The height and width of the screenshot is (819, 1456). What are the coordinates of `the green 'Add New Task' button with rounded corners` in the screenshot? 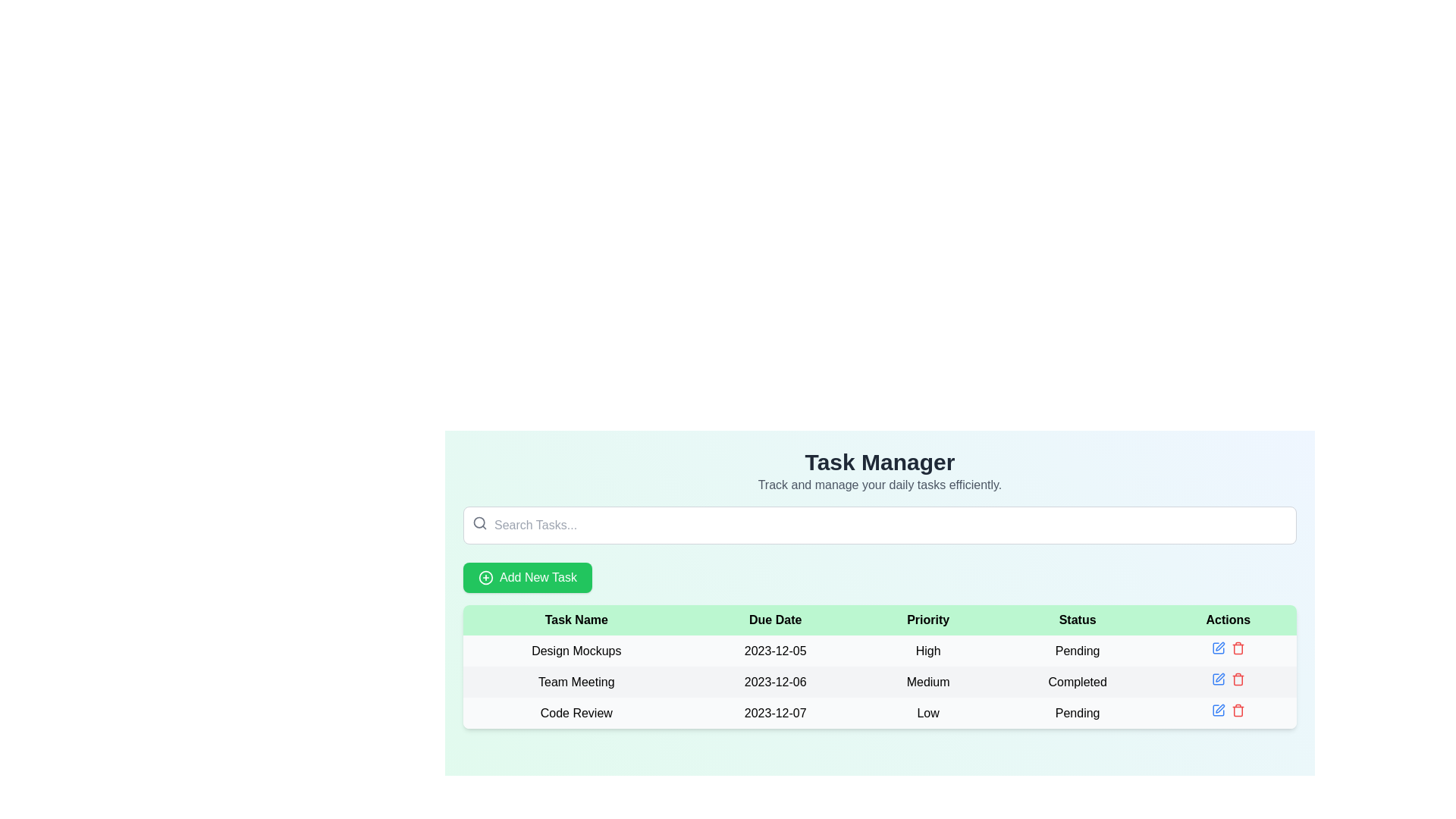 It's located at (528, 578).